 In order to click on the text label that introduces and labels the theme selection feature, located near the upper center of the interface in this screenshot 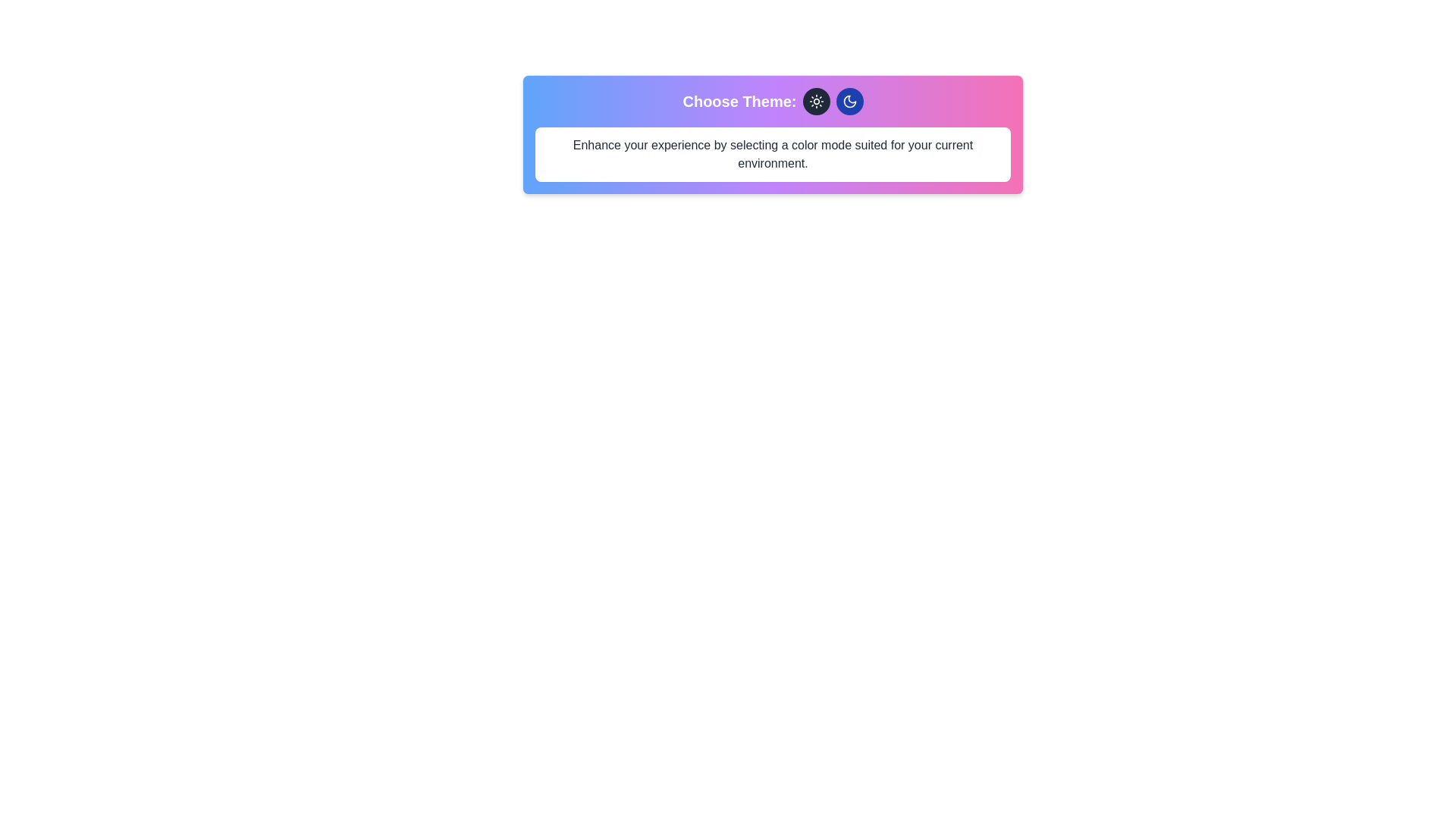, I will do `click(739, 102)`.